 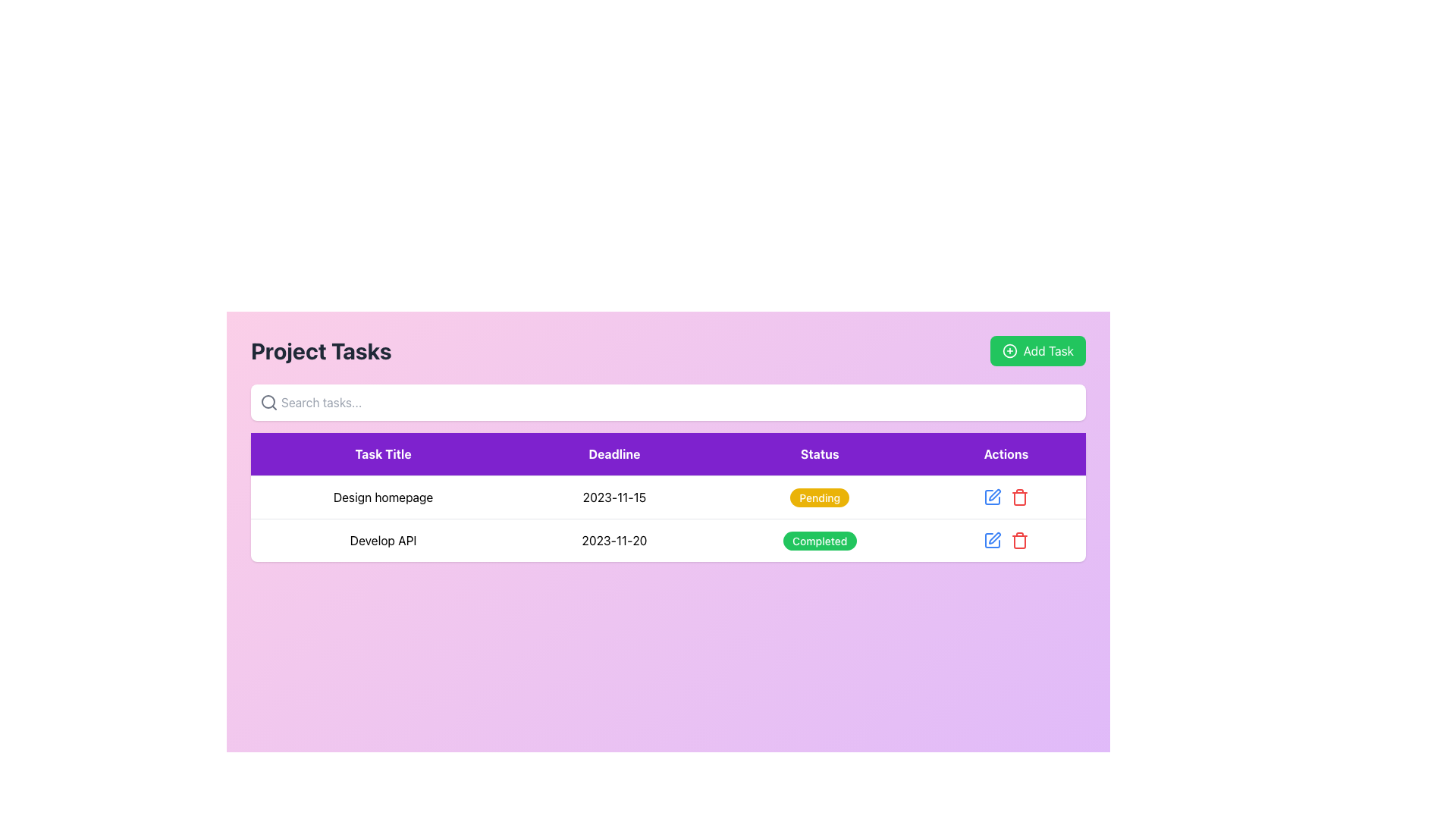 I want to click on the red trash can icon located at the rightmost position in the action area of the 'Actions' column, so click(x=1019, y=497).